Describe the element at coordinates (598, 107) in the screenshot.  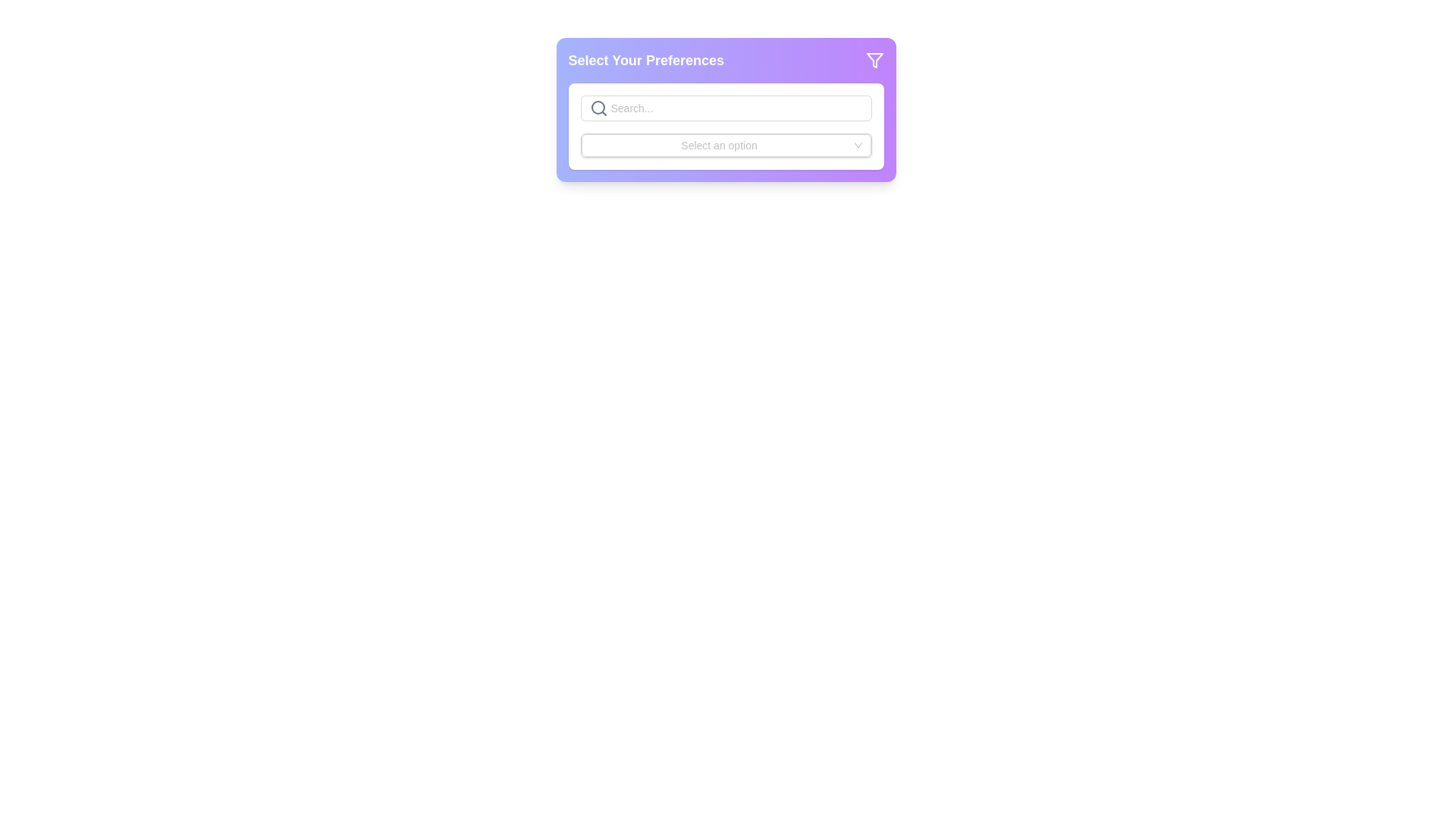
I see `the gray magnifying glass icon representing the search function located to the left of the 'Search...' input field` at that location.